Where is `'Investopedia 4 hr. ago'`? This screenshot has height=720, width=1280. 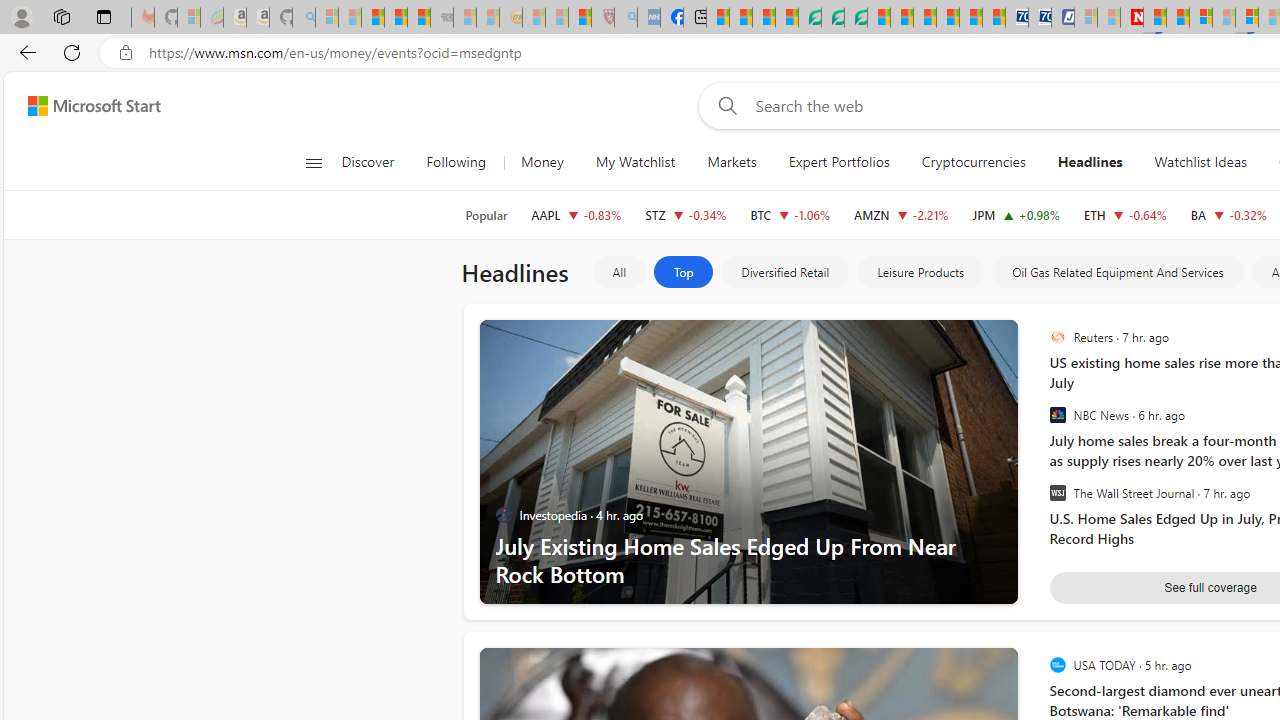
'Investopedia 4 hr. ago' is located at coordinates (580, 514).